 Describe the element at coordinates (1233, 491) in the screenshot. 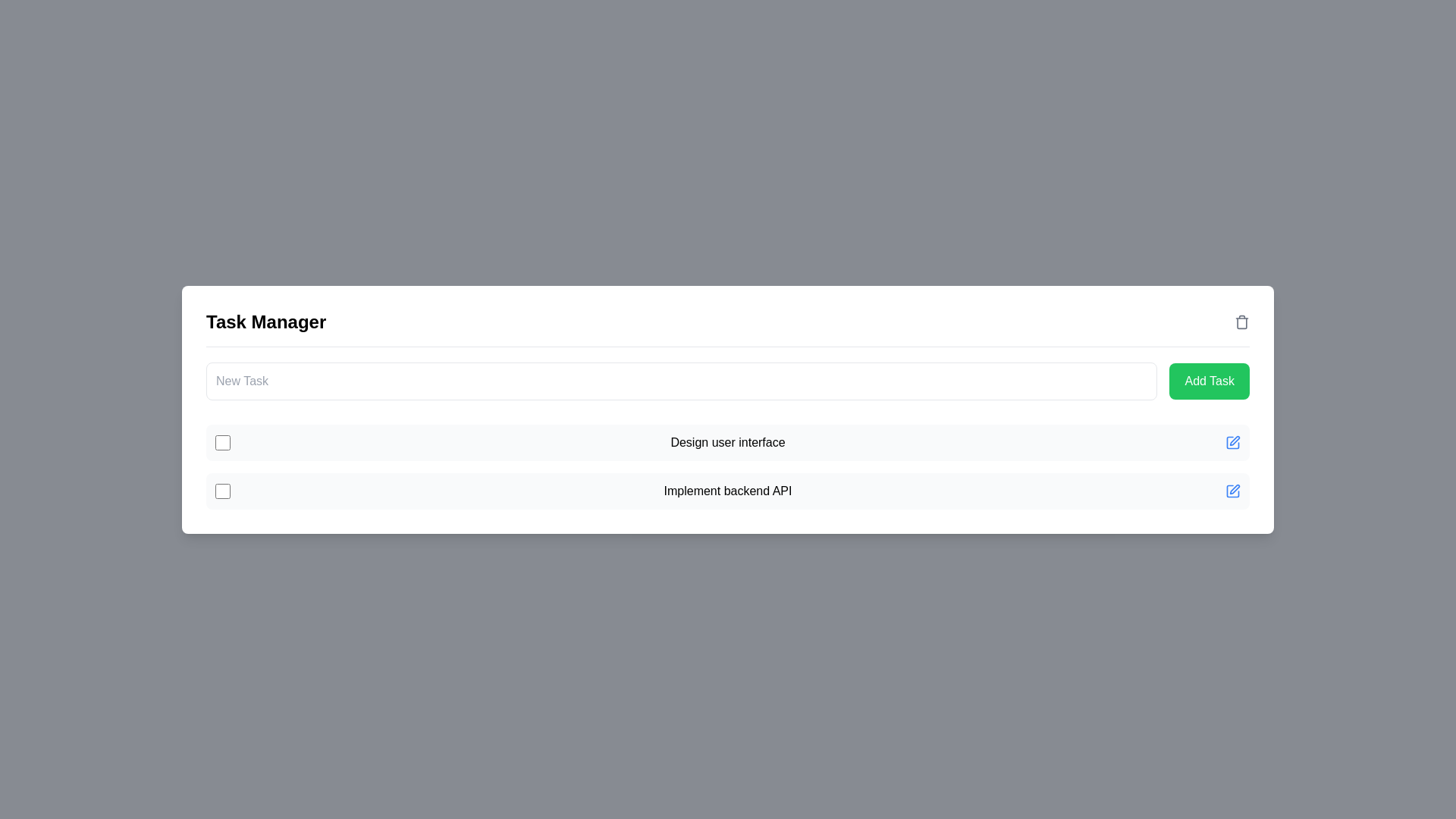

I see `the square with rounded edges vector graphic icon located in the far-right area of the second task item` at that location.